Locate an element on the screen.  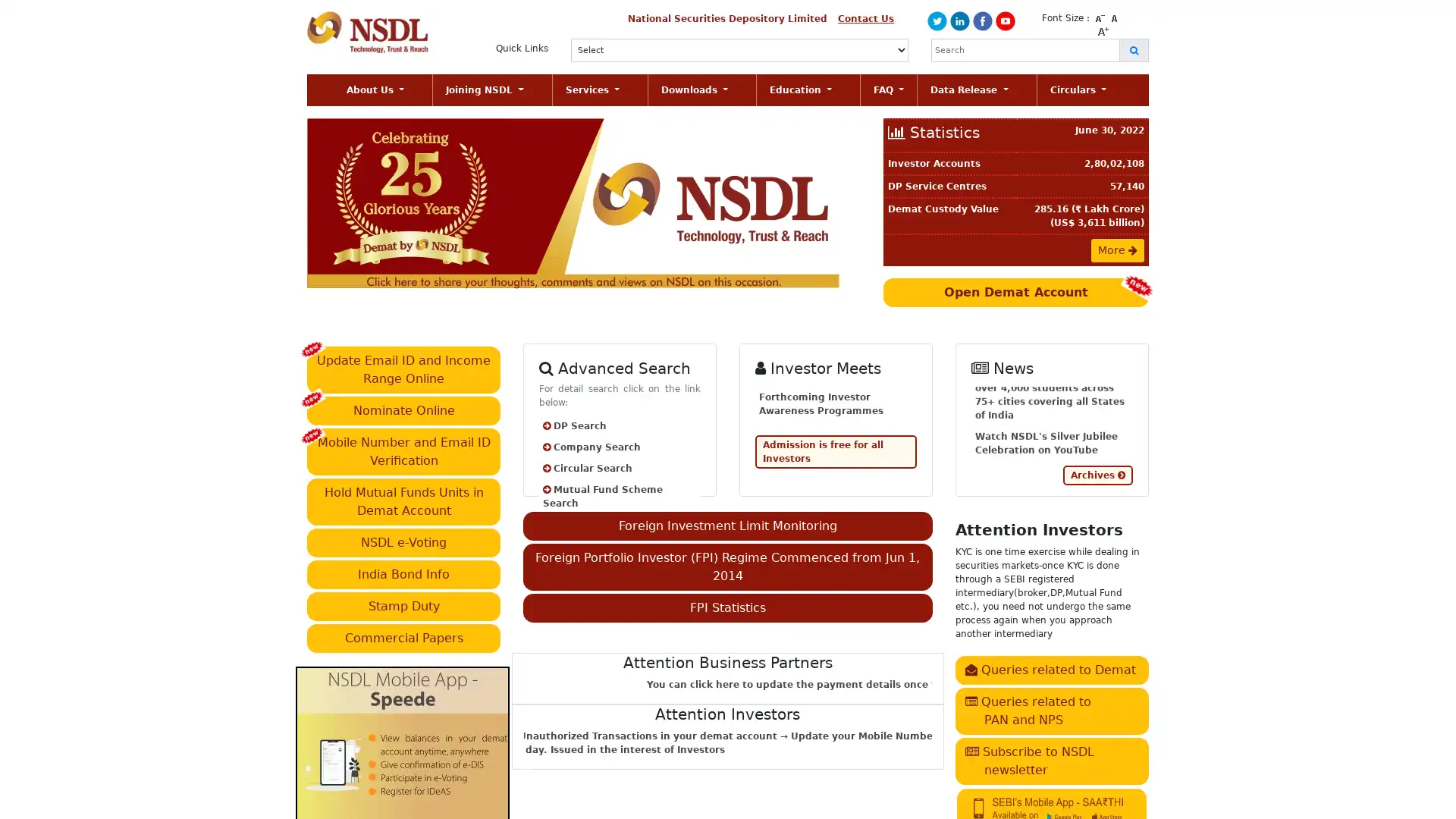
India Bond Info is located at coordinates (403, 573).